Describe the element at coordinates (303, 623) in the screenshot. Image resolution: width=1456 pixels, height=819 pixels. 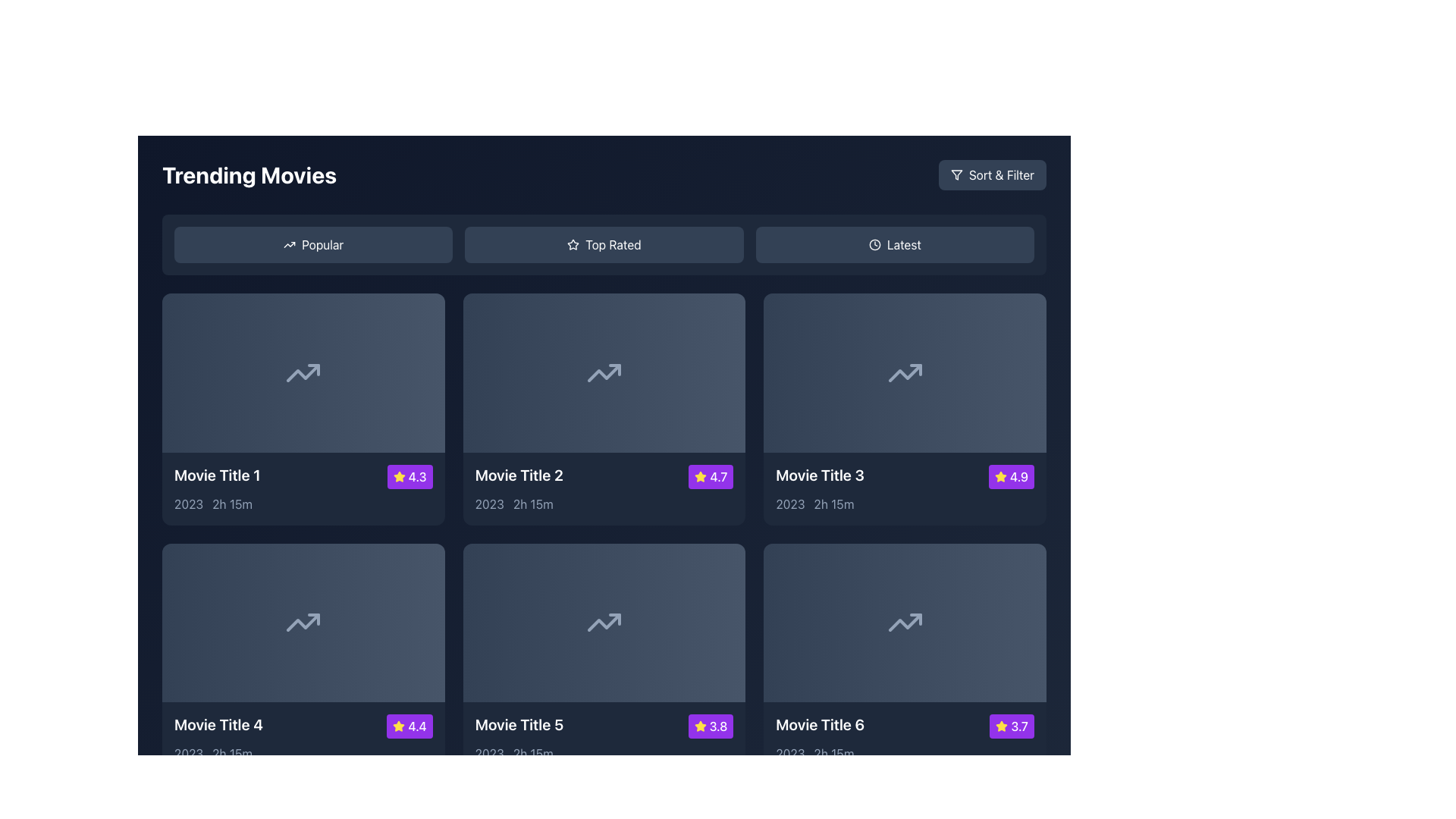
I see `the trending up arrow icon located on the card labeled 'Movie Title 4' in the 'Trending Movies' section` at that location.